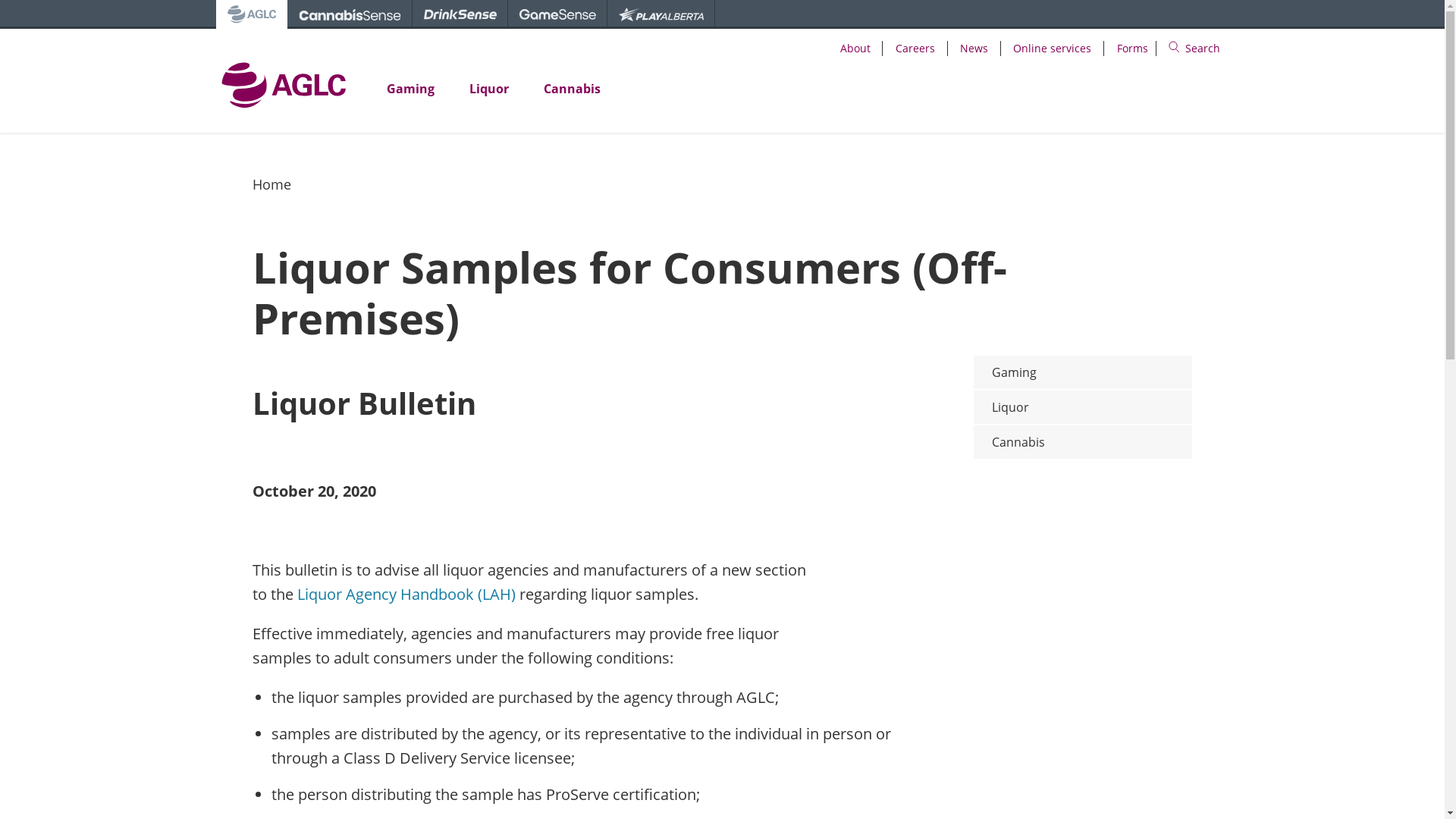  What do you see at coordinates (1081, 406) in the screenshot?
I see `'Liquor'` at bounding box center [1081, 406].